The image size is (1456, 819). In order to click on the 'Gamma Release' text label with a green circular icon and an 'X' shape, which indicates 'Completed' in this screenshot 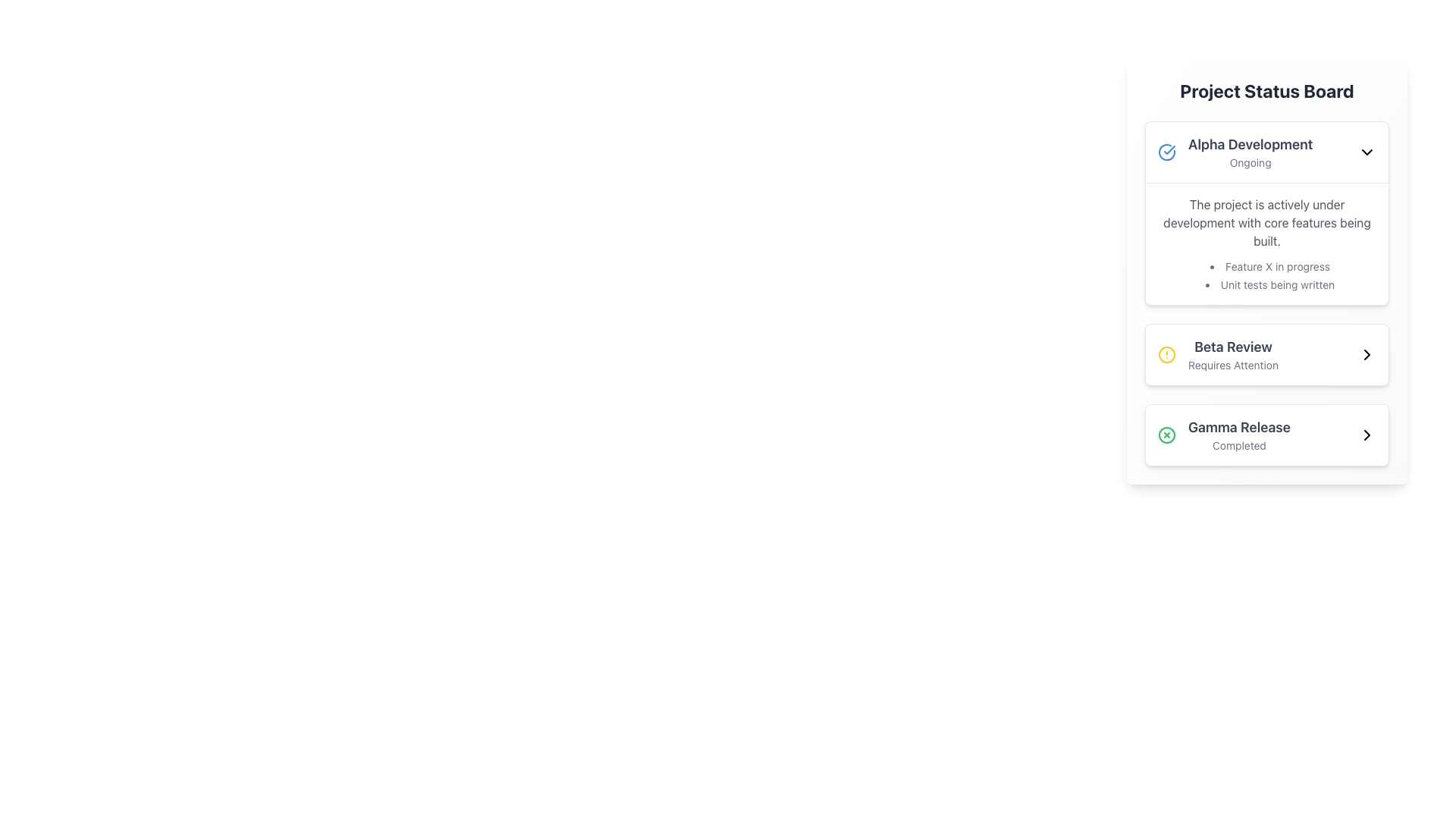, I will do `click(1224, 435)`.